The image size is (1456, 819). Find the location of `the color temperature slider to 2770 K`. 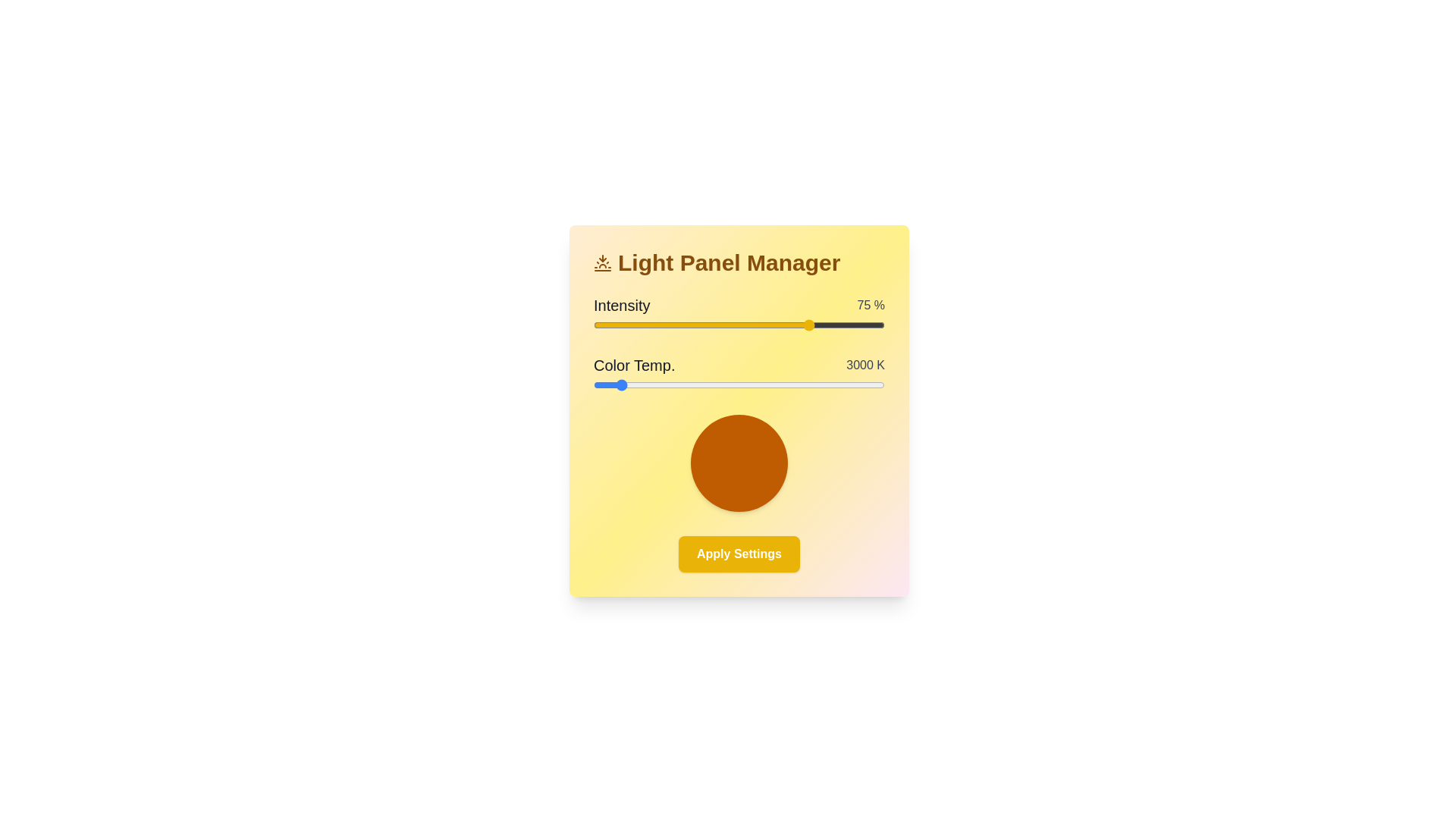

the color temperature slider to 2770 K is located at coordinates (598, 384).